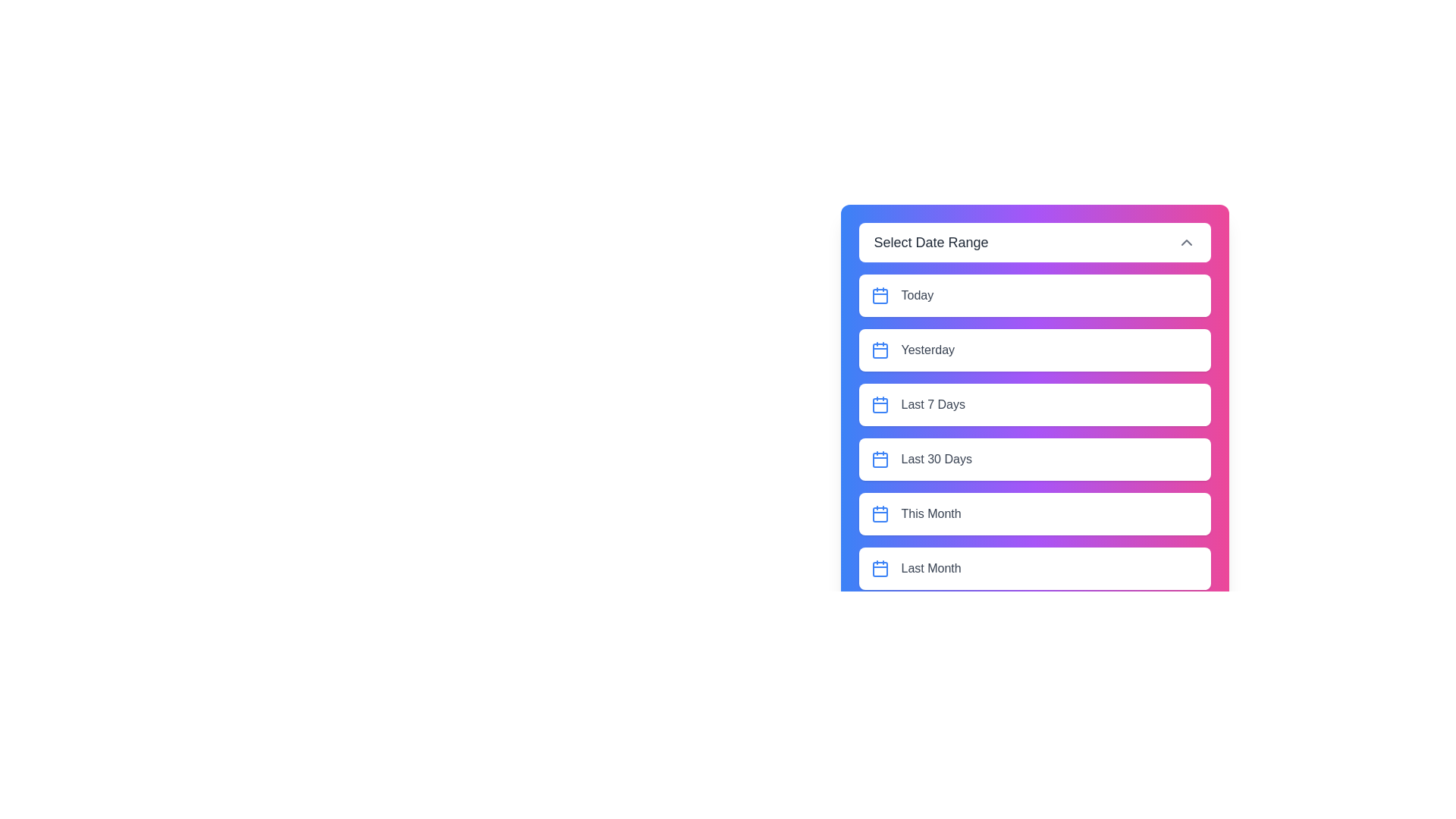 The width and height of the screenshot is (1456, 819). Describe the element at coordinates (880, 403) in the screenshot. I see `the icon next to the date range Last 7 Days` at that location.